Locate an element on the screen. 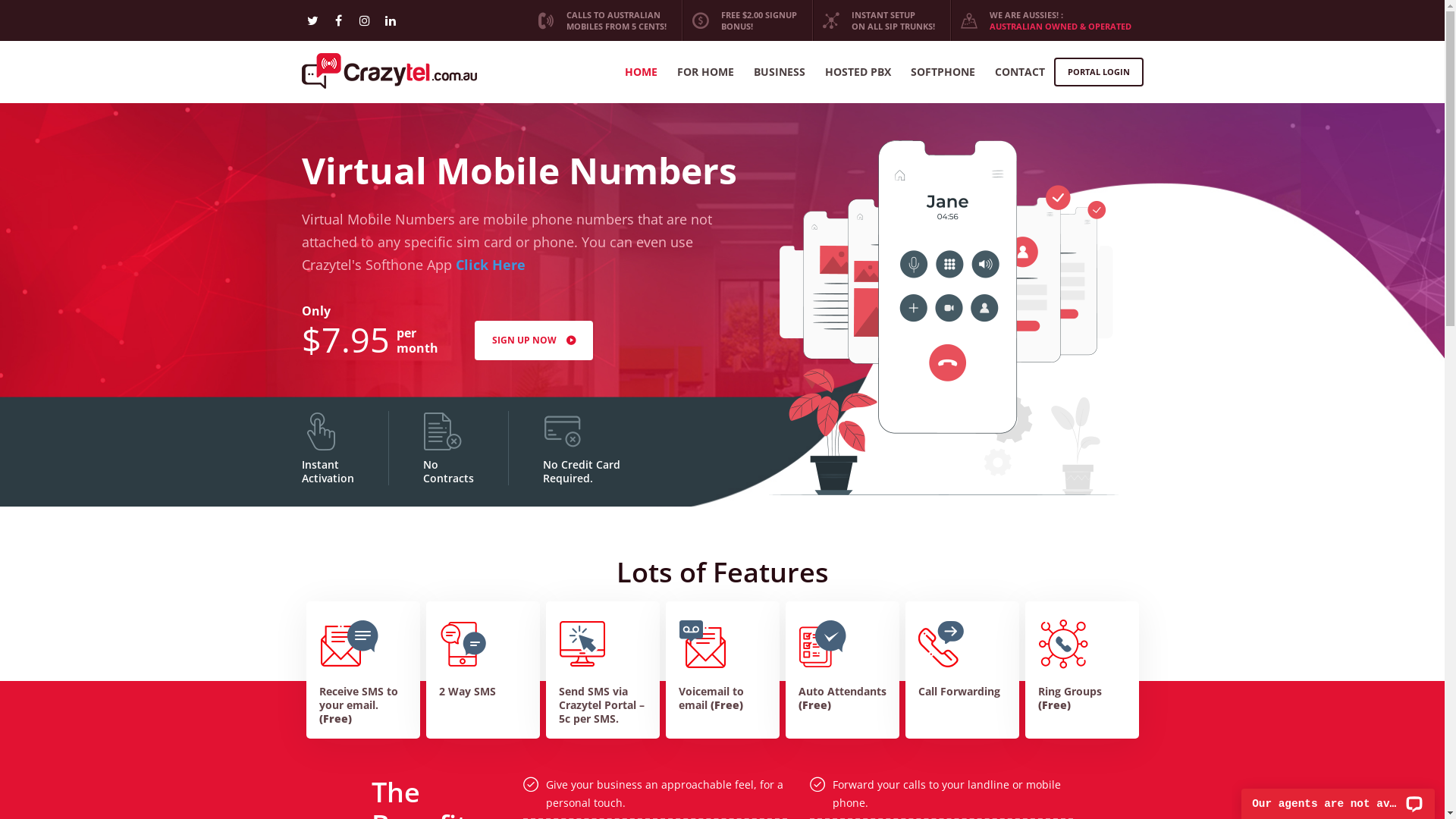  'HOSTED PBX' is located at coordinates (858, 72).